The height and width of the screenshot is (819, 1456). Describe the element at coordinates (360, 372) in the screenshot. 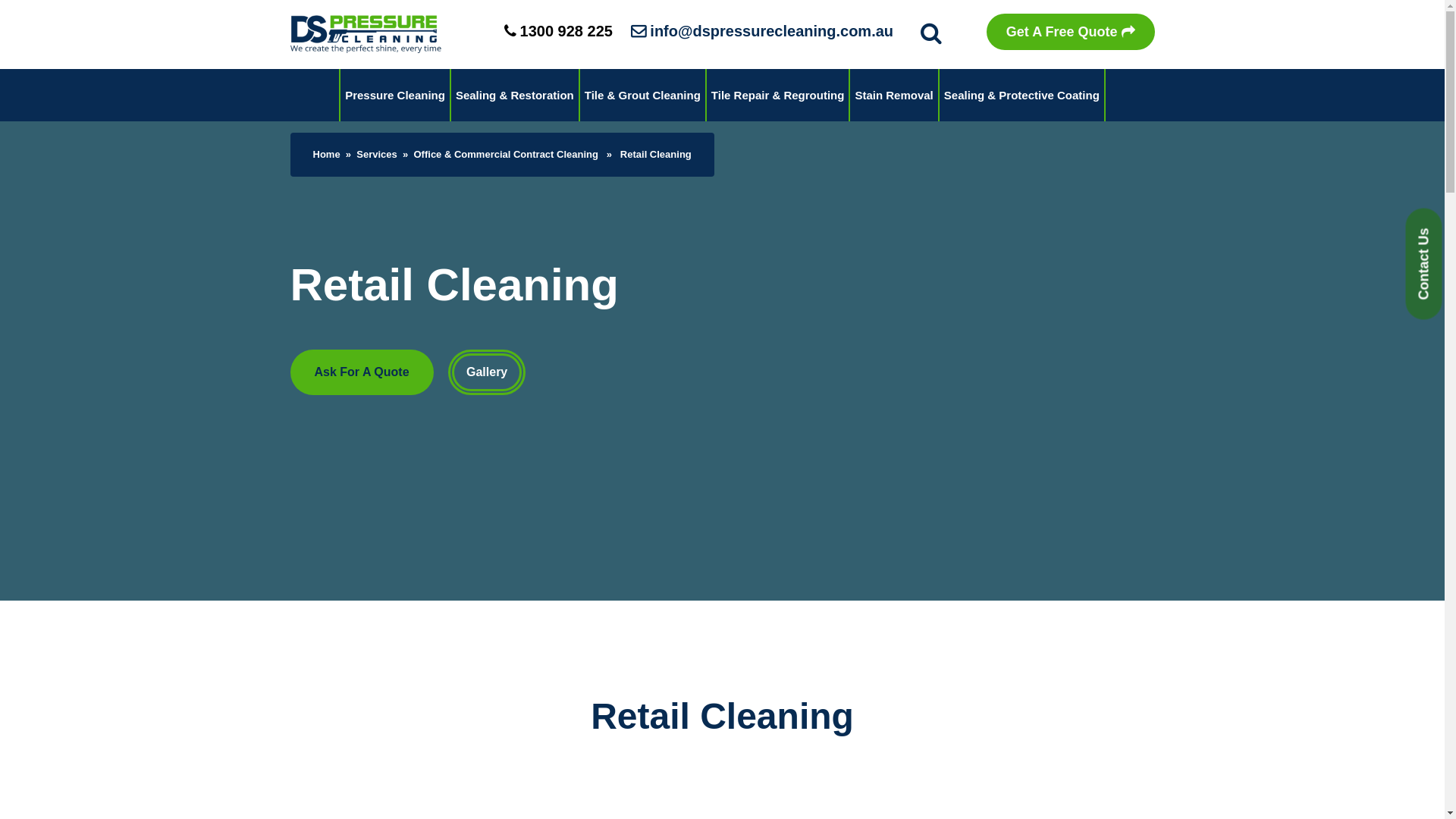

I see `'Ask For A Quote'` at that location.